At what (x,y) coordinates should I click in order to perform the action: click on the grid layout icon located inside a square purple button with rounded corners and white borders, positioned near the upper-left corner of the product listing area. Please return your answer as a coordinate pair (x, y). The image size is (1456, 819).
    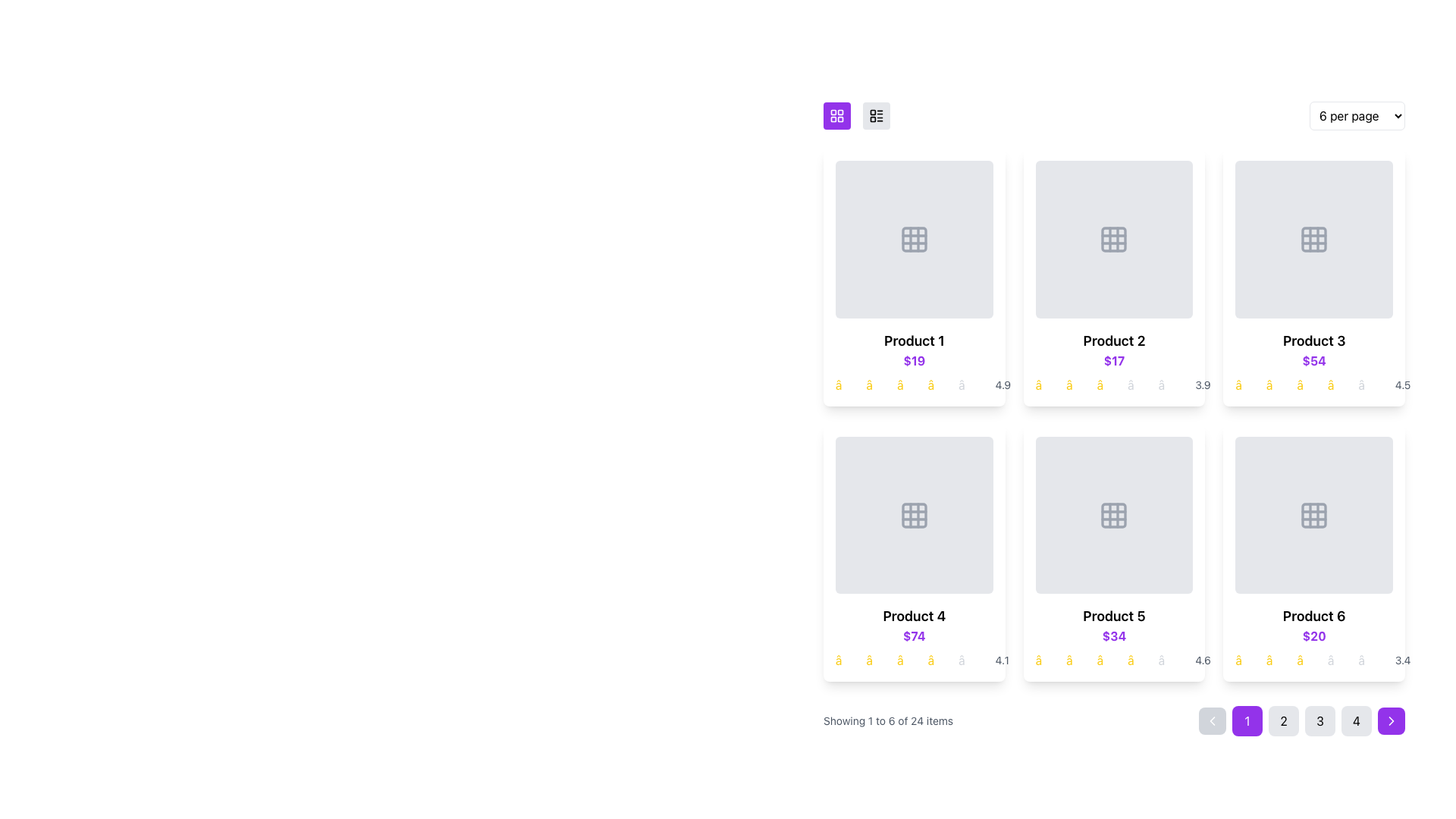
    Looking at the image, I should click on (836, 115).